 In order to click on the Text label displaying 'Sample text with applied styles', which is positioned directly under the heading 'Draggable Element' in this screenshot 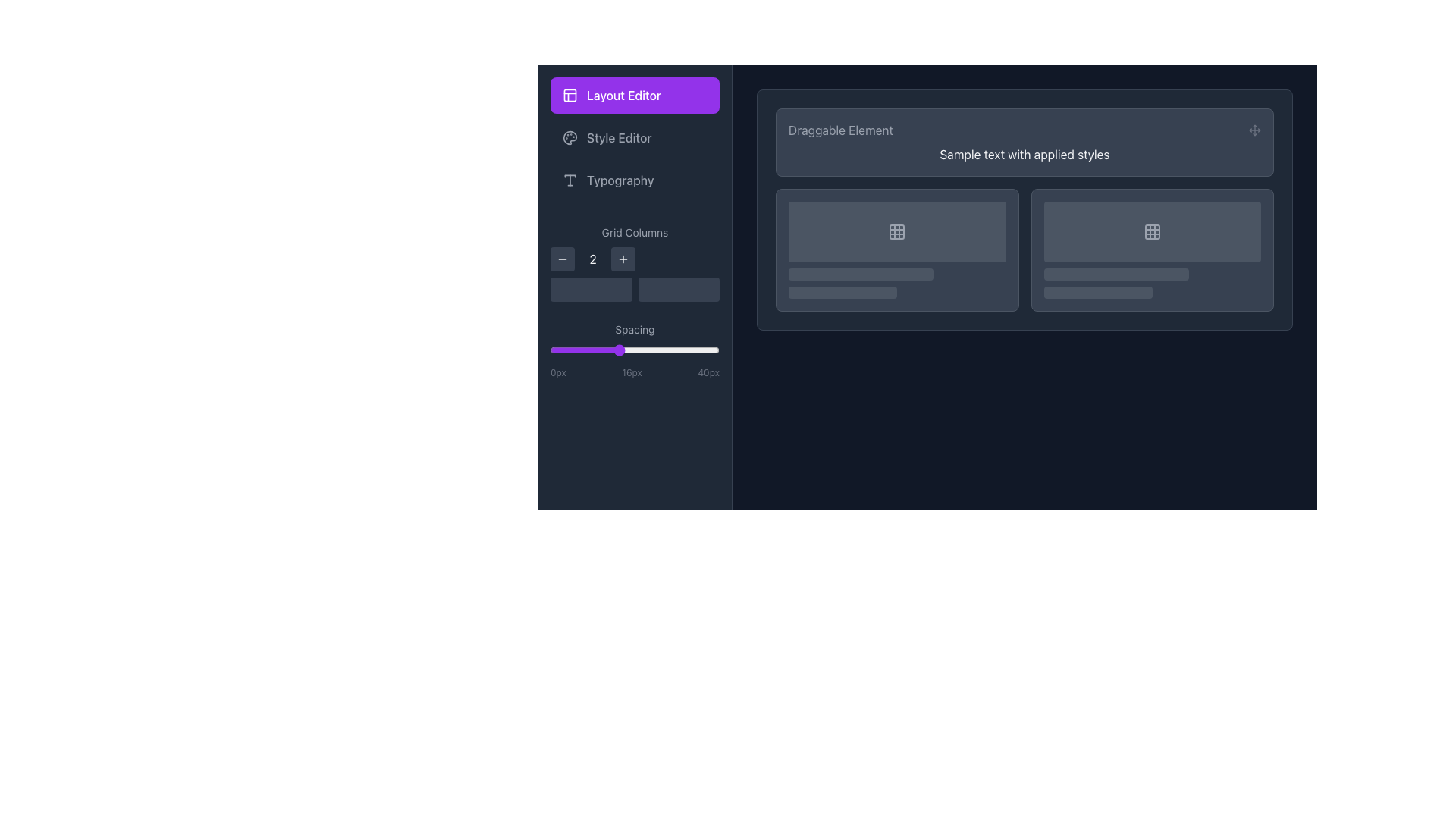, I will do `click(1025, 155)`.